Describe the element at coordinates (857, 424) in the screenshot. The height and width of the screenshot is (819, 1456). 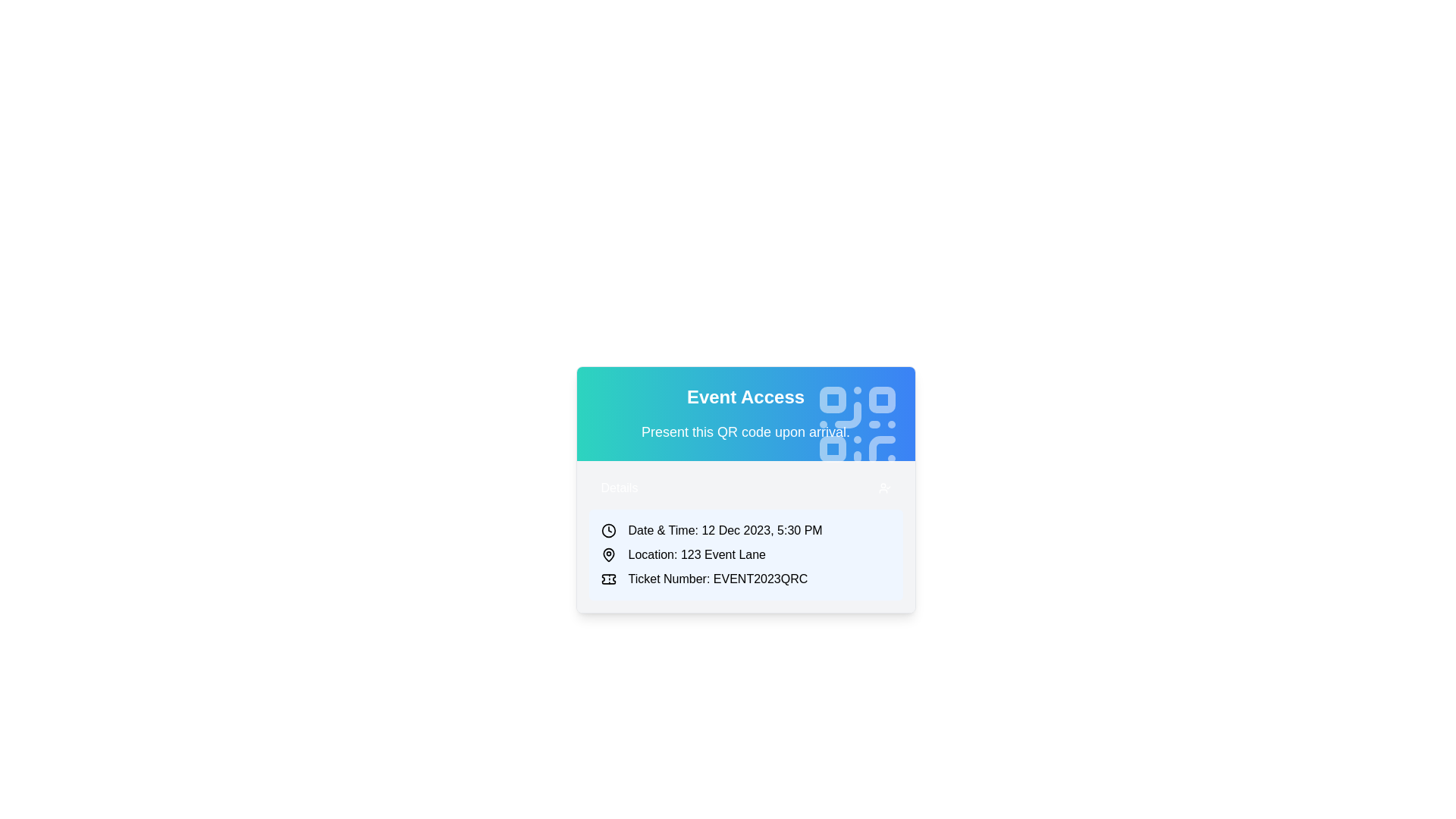
I see `the QR code element, which is a graphical representation of a QR code located in the top-right corner of an informational banner with a blue-gradient background, adjacent to the text 'Event Access'` at that location.